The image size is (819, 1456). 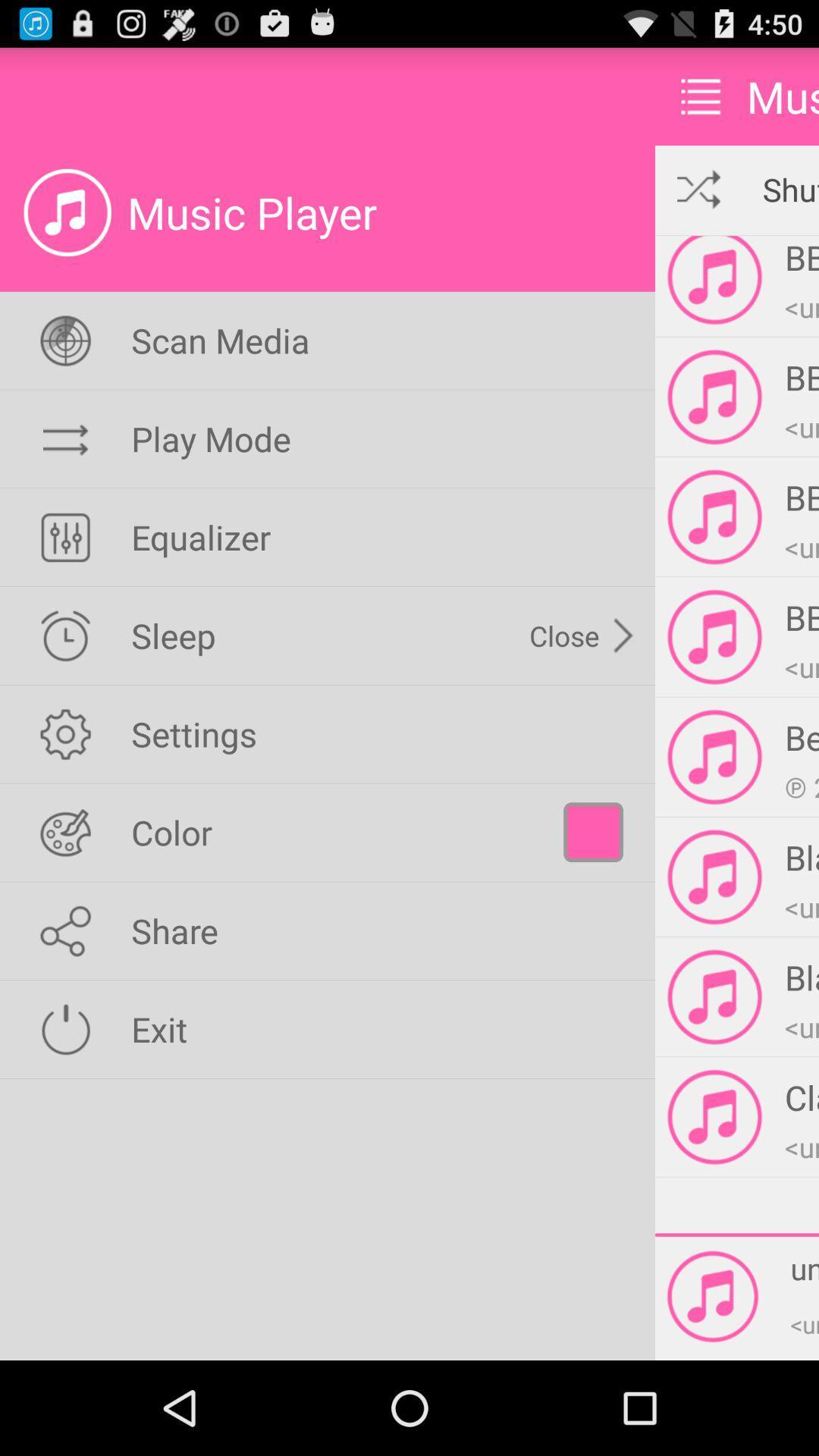 I want to click on the icon which is beside music player, so click(x=67, y=212).